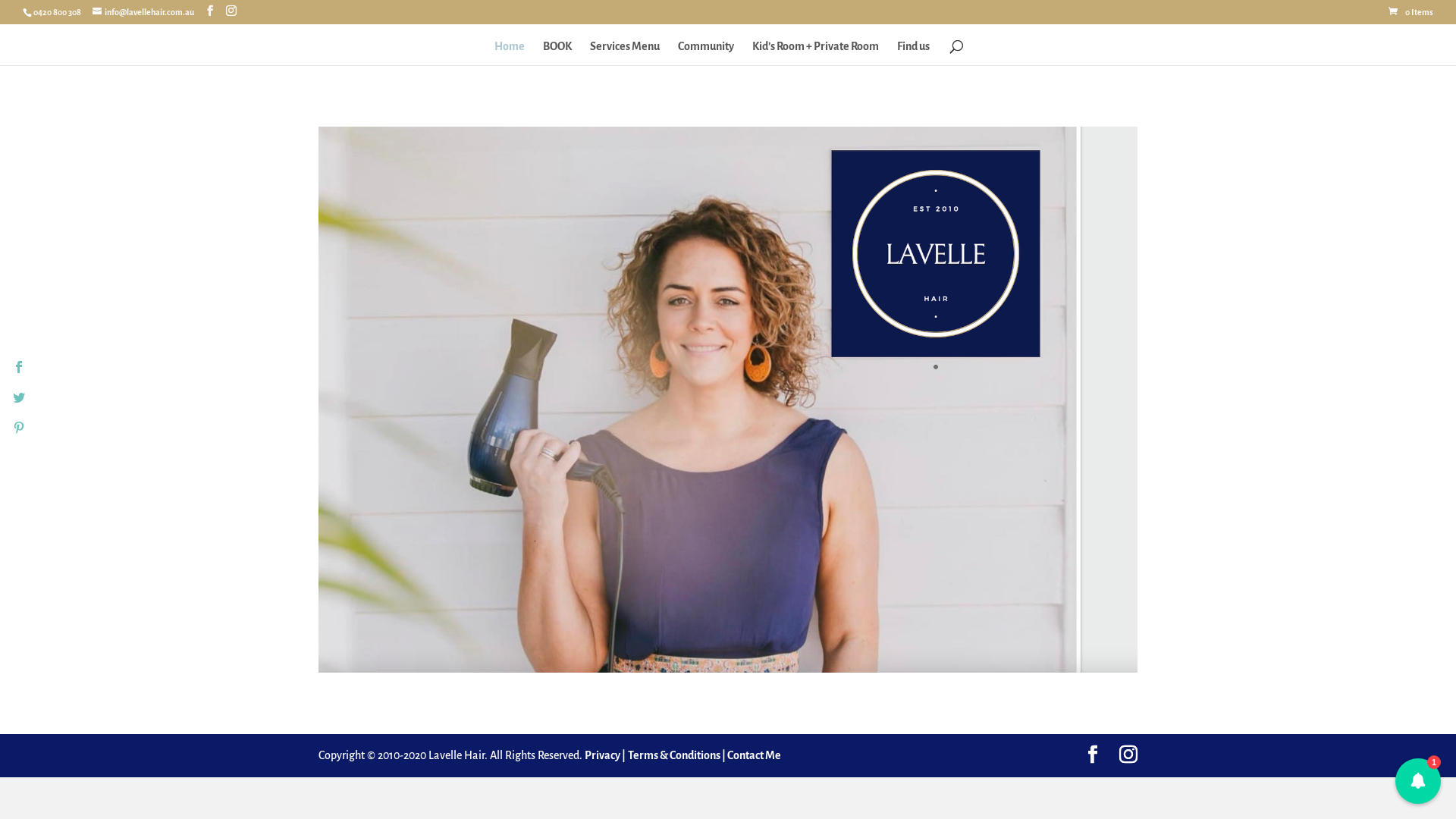 The width and height of the screenshot is (1456, 819). Describe the element at coordinates (912, 52) in the screenshot. I see `'Find us'` at that location.